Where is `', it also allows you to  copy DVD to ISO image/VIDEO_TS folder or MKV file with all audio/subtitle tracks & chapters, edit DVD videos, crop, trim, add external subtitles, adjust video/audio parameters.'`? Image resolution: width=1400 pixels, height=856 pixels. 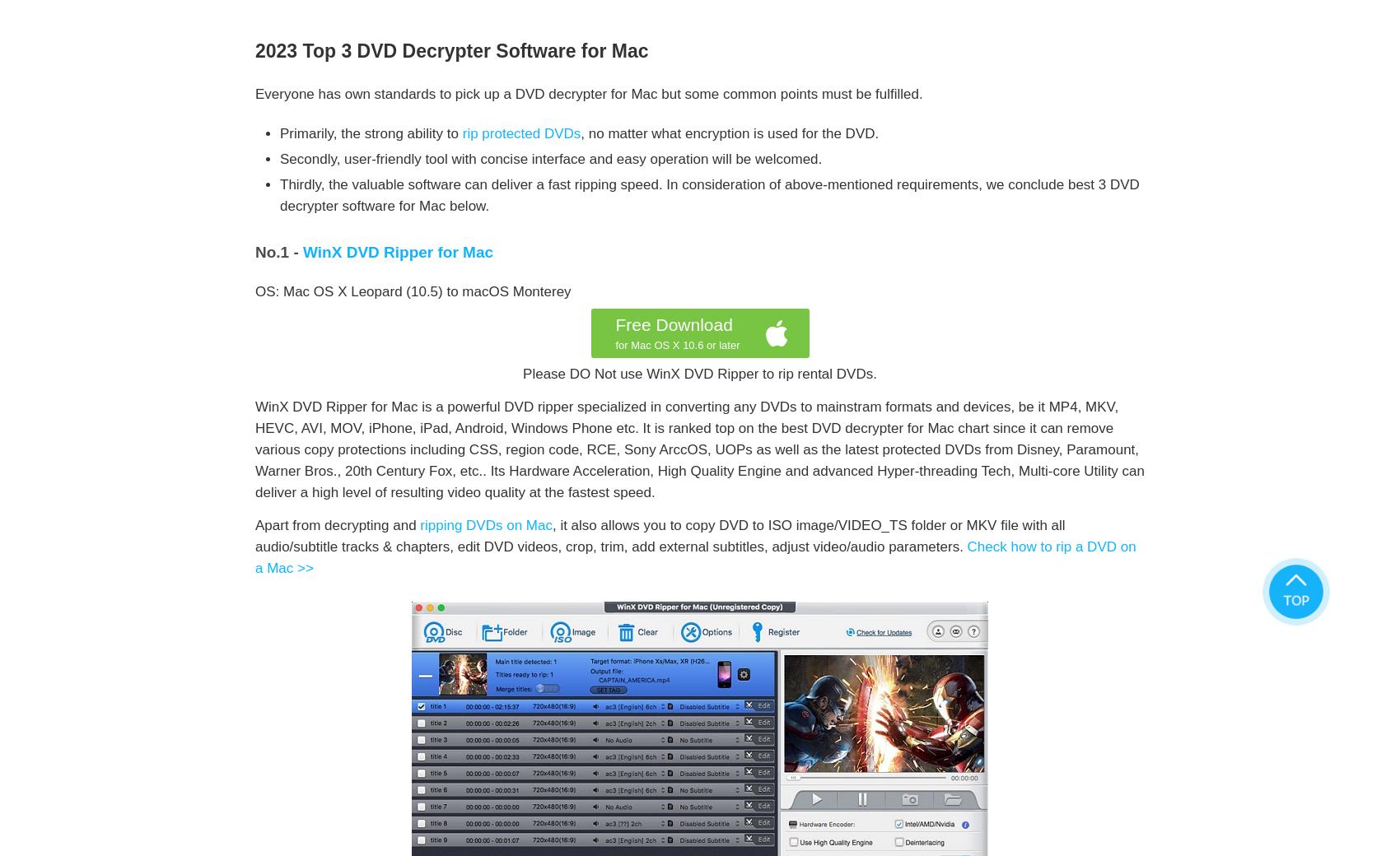
', it also allows you to  copy DVD to ISO image/VIDEO_TS folder or MKV file with all audio/subtitle tracks & chapters, edit DVD videos, crop, trim, add external subtitles, adjust video/audio parameters.' is located at coordinates (659, 536).